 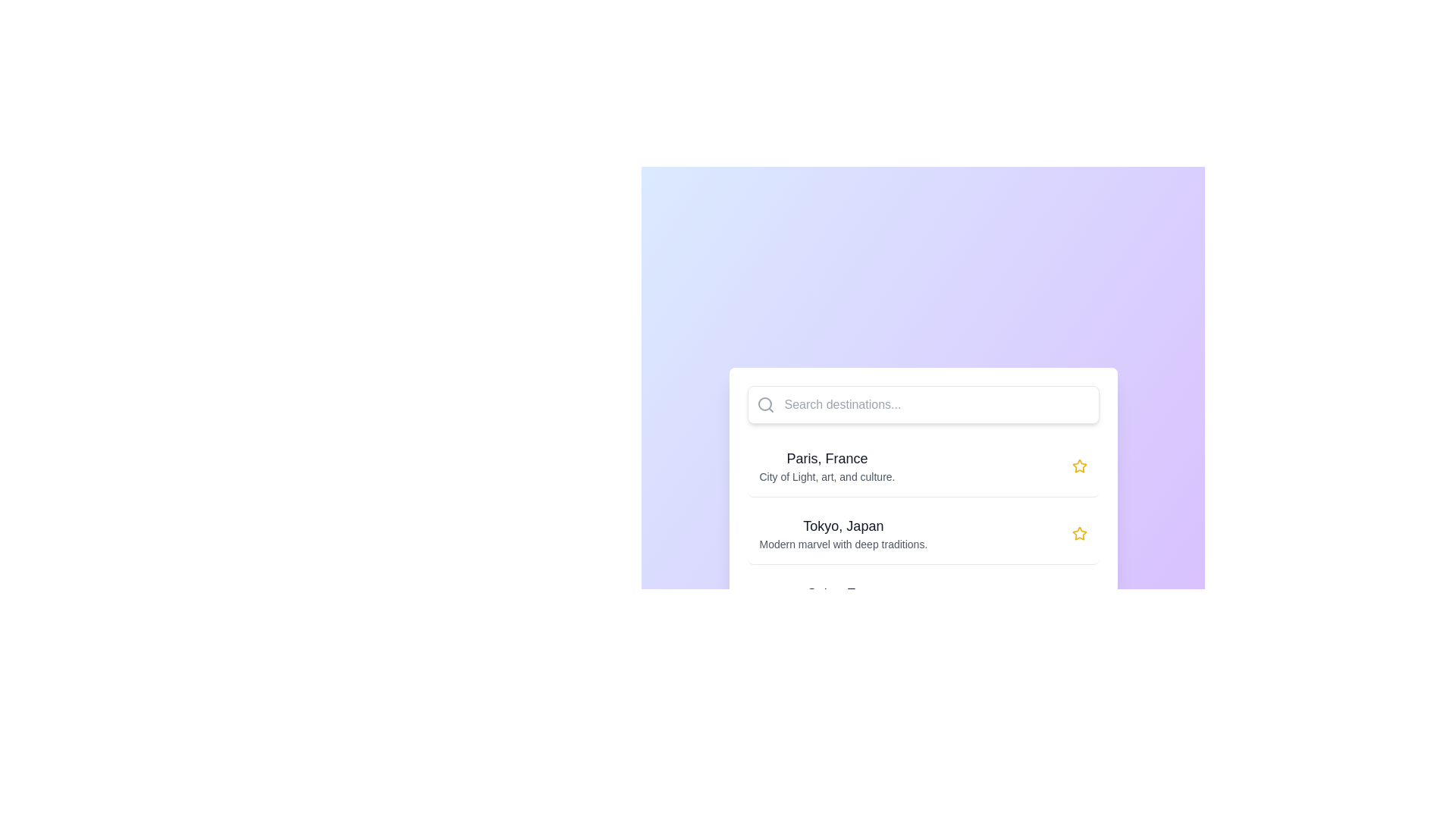 What do you see at coordinates (922, 465) in the screenshot?
I see `the first list item representing the destination 'Paris, France'` at bounding box center [922, 465].